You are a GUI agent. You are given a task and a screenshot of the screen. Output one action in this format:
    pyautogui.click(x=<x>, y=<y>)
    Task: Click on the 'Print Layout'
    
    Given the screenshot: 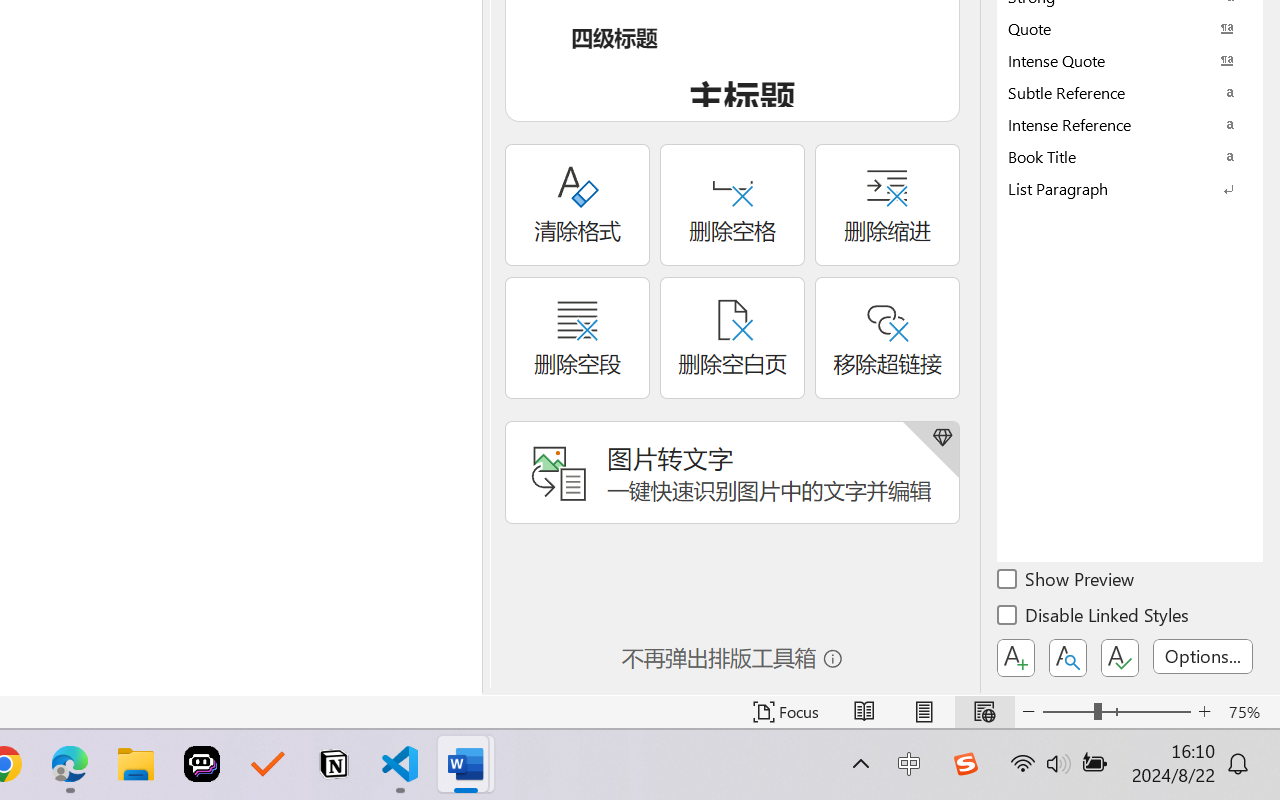 What is the action you would take?
    pyautogui.click(x=923, y=711)
    